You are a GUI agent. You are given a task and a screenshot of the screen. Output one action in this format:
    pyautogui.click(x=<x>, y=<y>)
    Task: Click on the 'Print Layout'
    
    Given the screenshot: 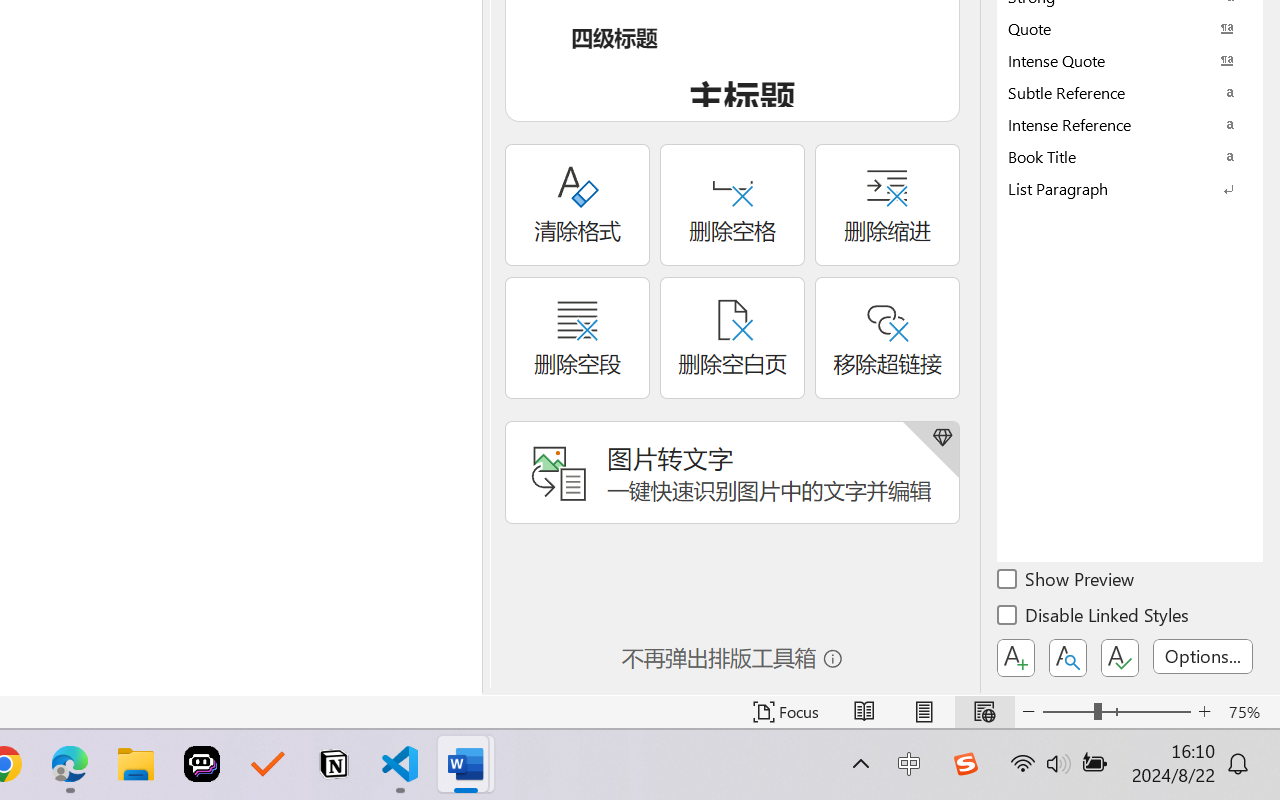 What is the action you would take?
    pyautogui.click(x=923, y=711)
    